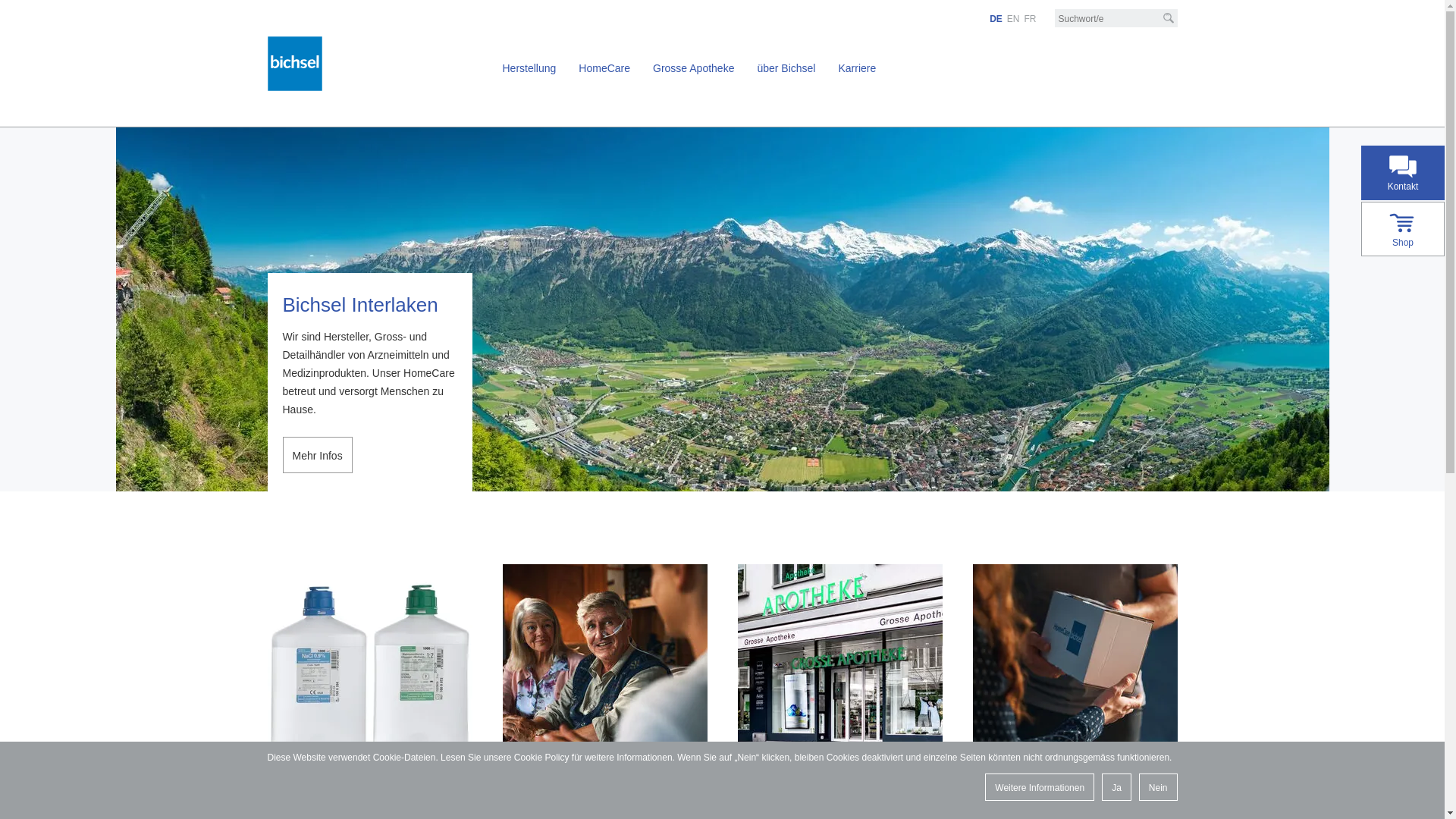 Image resolution: width=1456 pixels, height=819 pixels. I want to click on 'EN', so click(1013, 18).